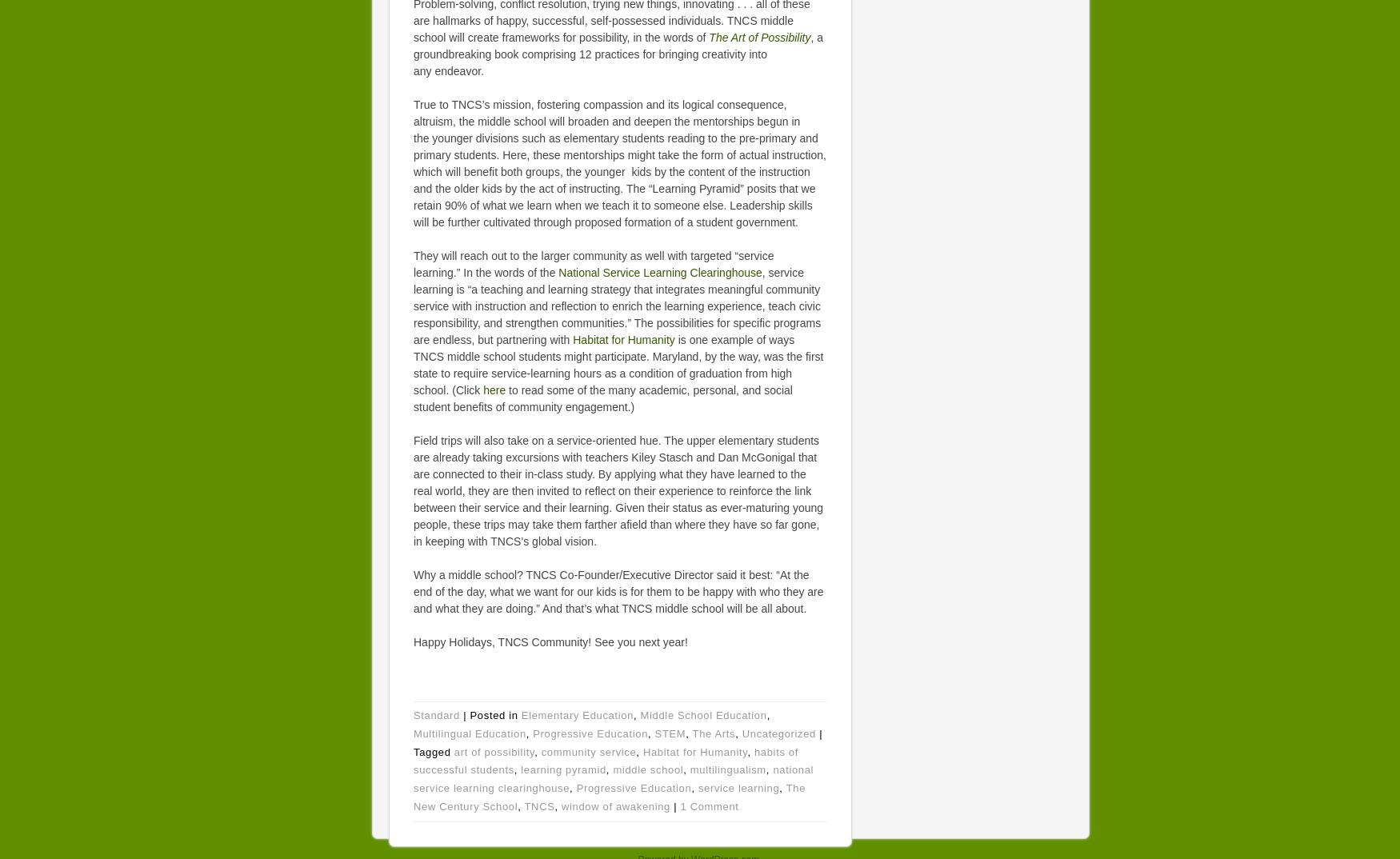 This screenshot has width=1400, height=859. Describe the element at coordinates (659, 271) in the screenshot. I see `'National Service Learning Clearinghouse'` at that location.